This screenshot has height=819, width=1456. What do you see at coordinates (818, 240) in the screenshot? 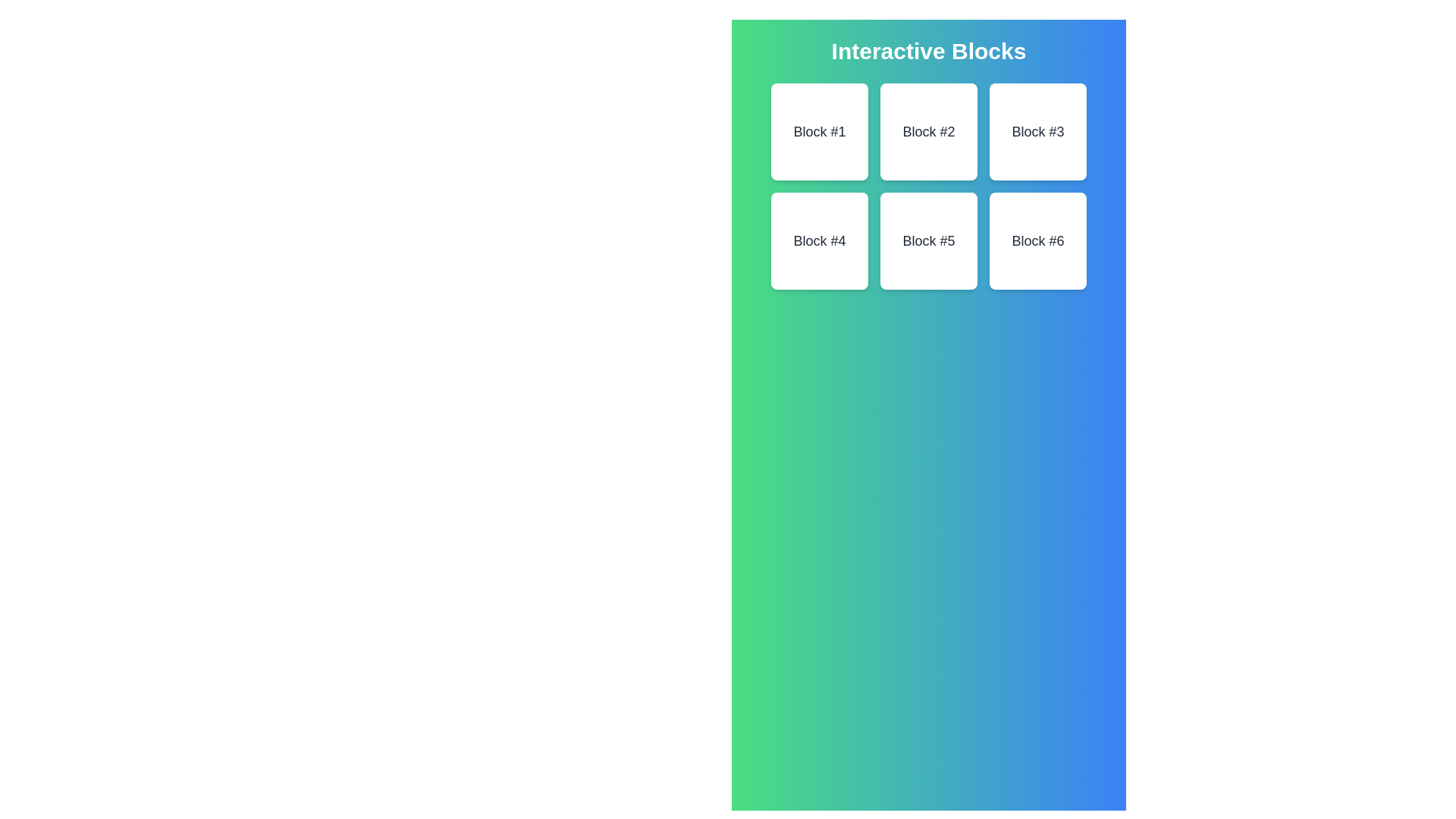
I see `the Static content block located in the second row, first column of a 3x2 grid layout, which displays text content` at bounding box center [818, 240].